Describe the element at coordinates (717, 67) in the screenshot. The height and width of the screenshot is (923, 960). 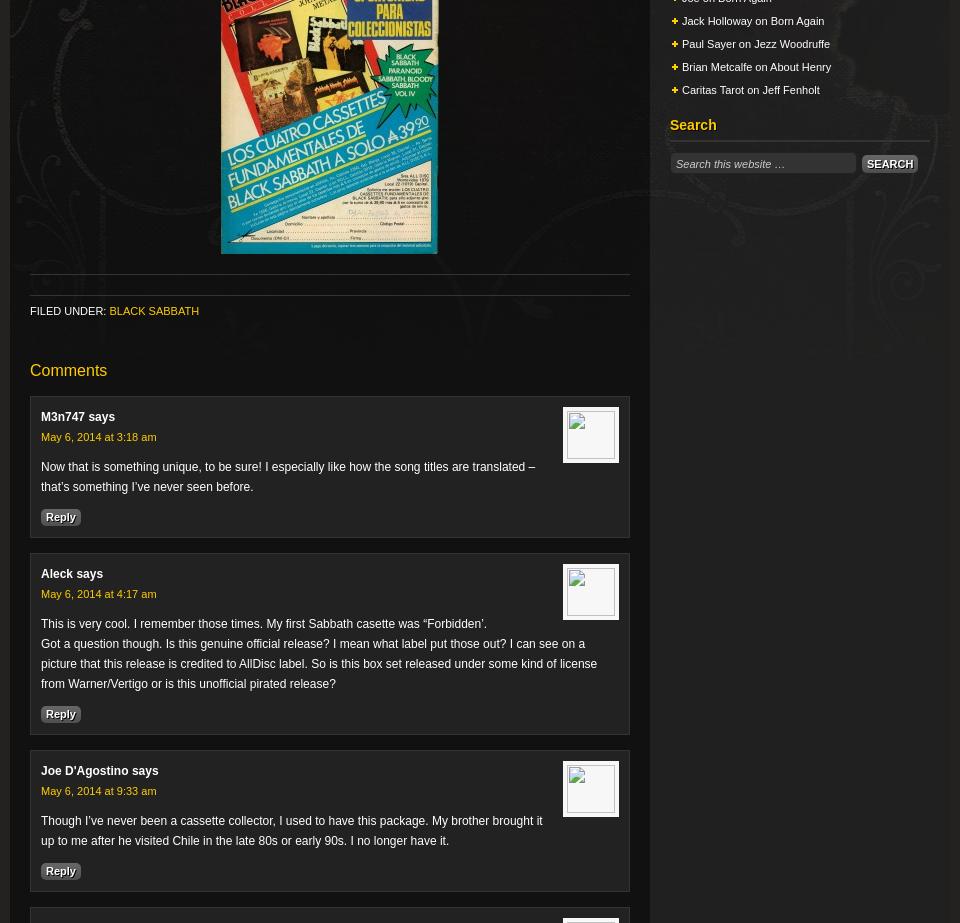
I see `'Brian Metcalfe'` at that location.